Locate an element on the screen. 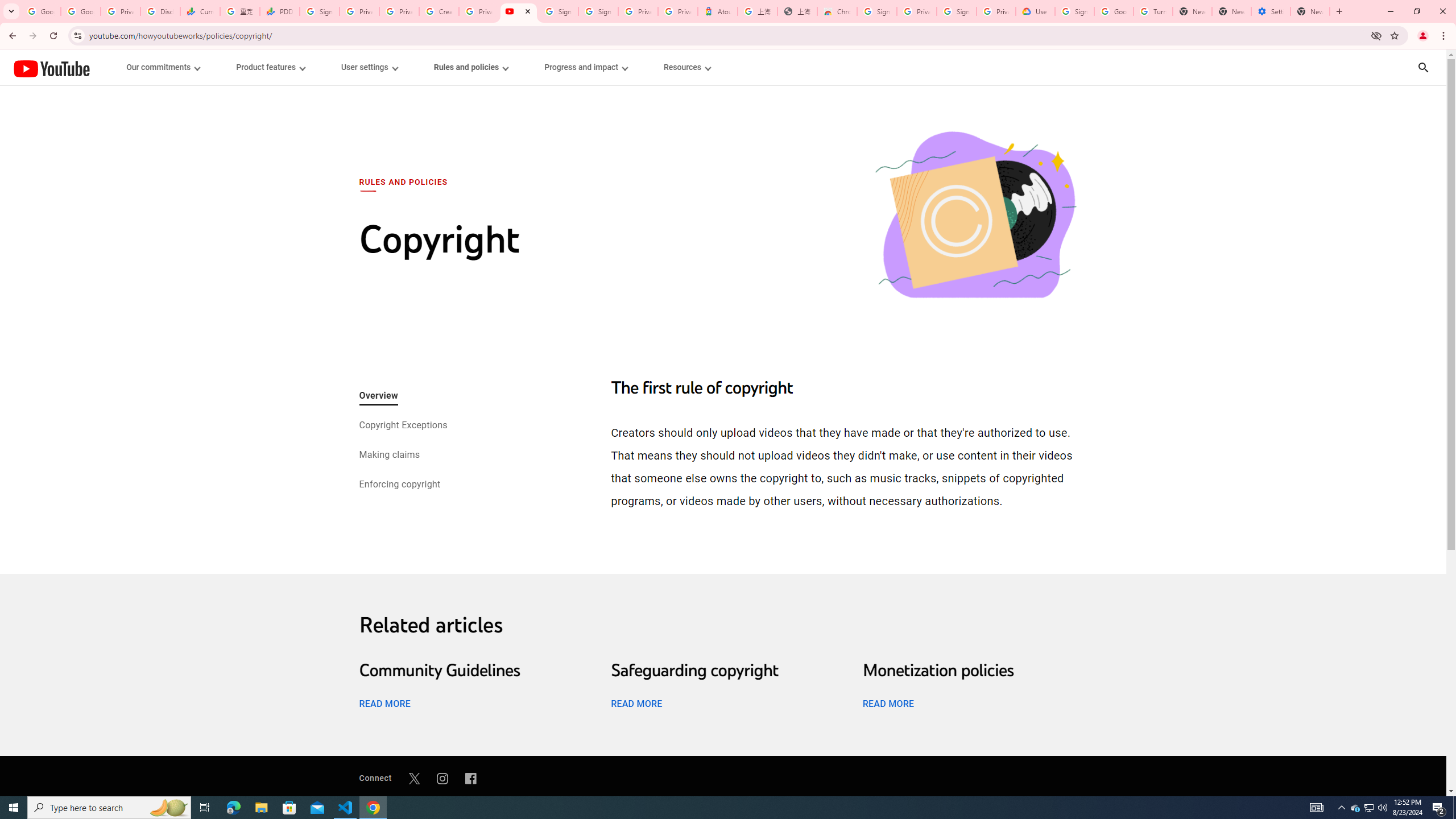  'Google Workspace Admin Community' is located at coordinates (40, 11).